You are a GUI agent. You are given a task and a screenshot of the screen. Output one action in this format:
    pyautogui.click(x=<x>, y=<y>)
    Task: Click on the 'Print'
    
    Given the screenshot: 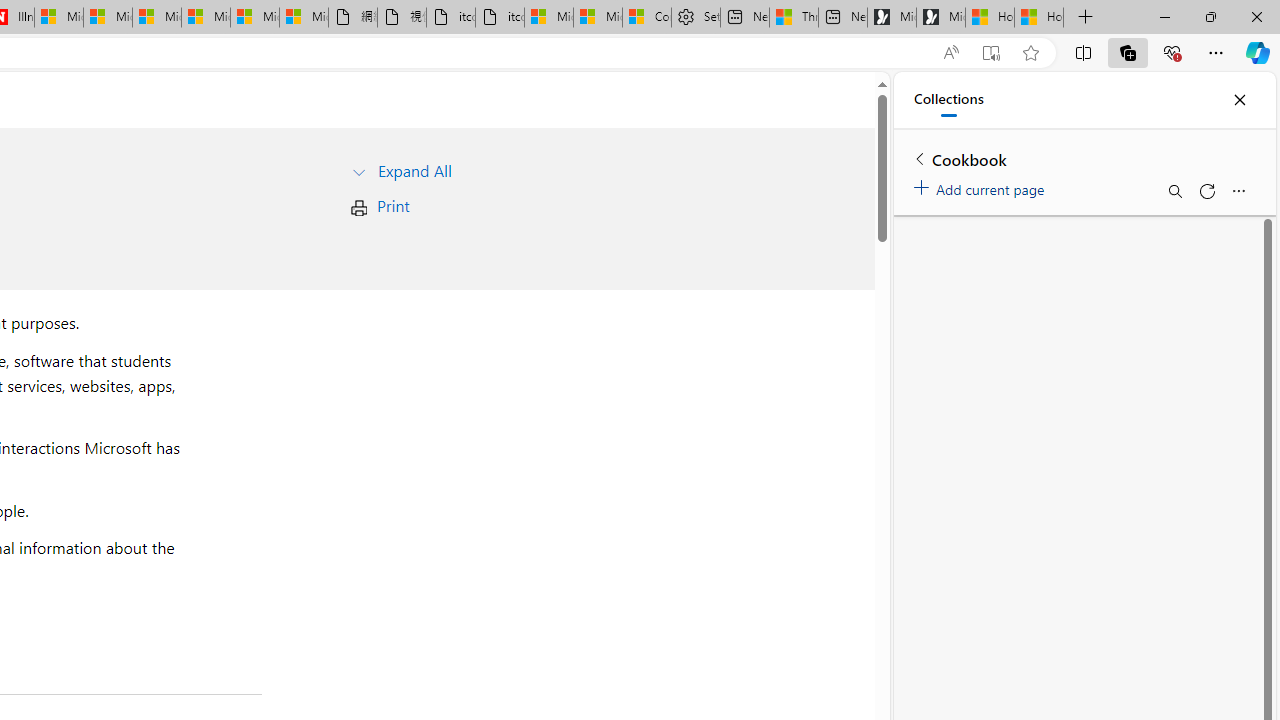 What is the action you would take?
    pyautogui.click(x=392, y=205)
    